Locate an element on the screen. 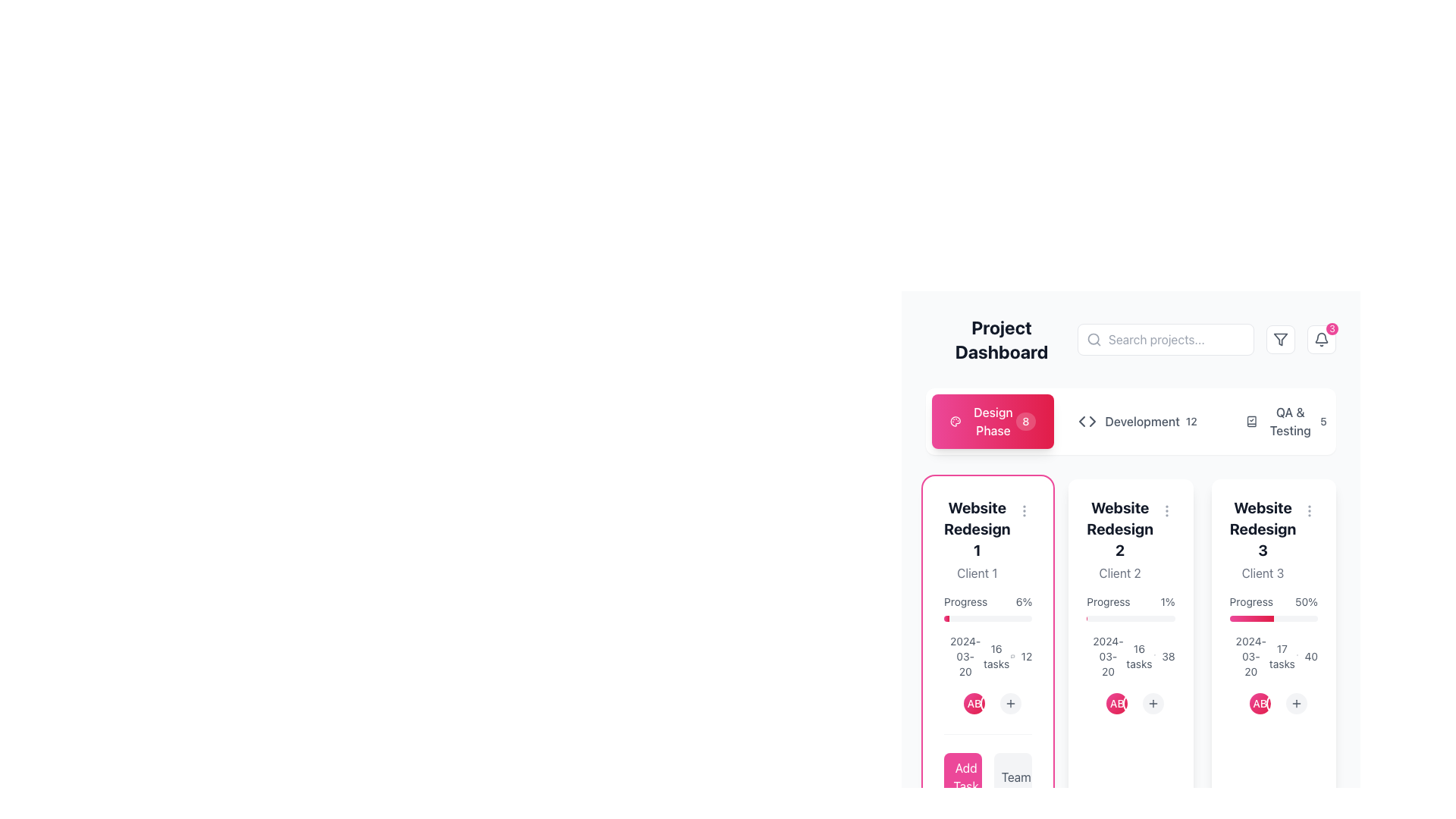 The image size is (1456, 819). the circular icon displaying 'AB' with a gradient background from its current position is located at coordinates (1117, 704).